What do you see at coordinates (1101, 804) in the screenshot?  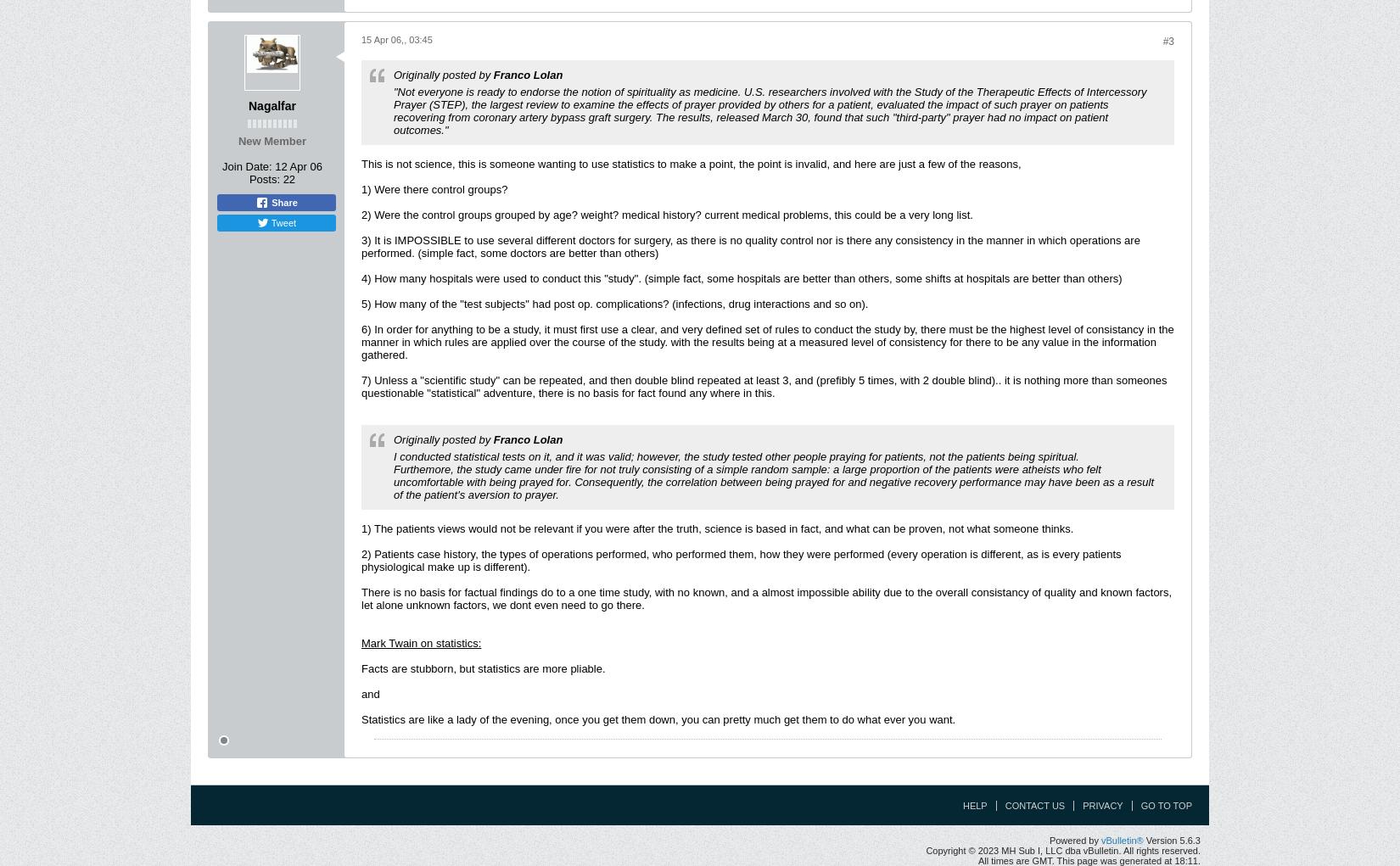 I see `'Privacy'` at bounding box center [1101, 804].